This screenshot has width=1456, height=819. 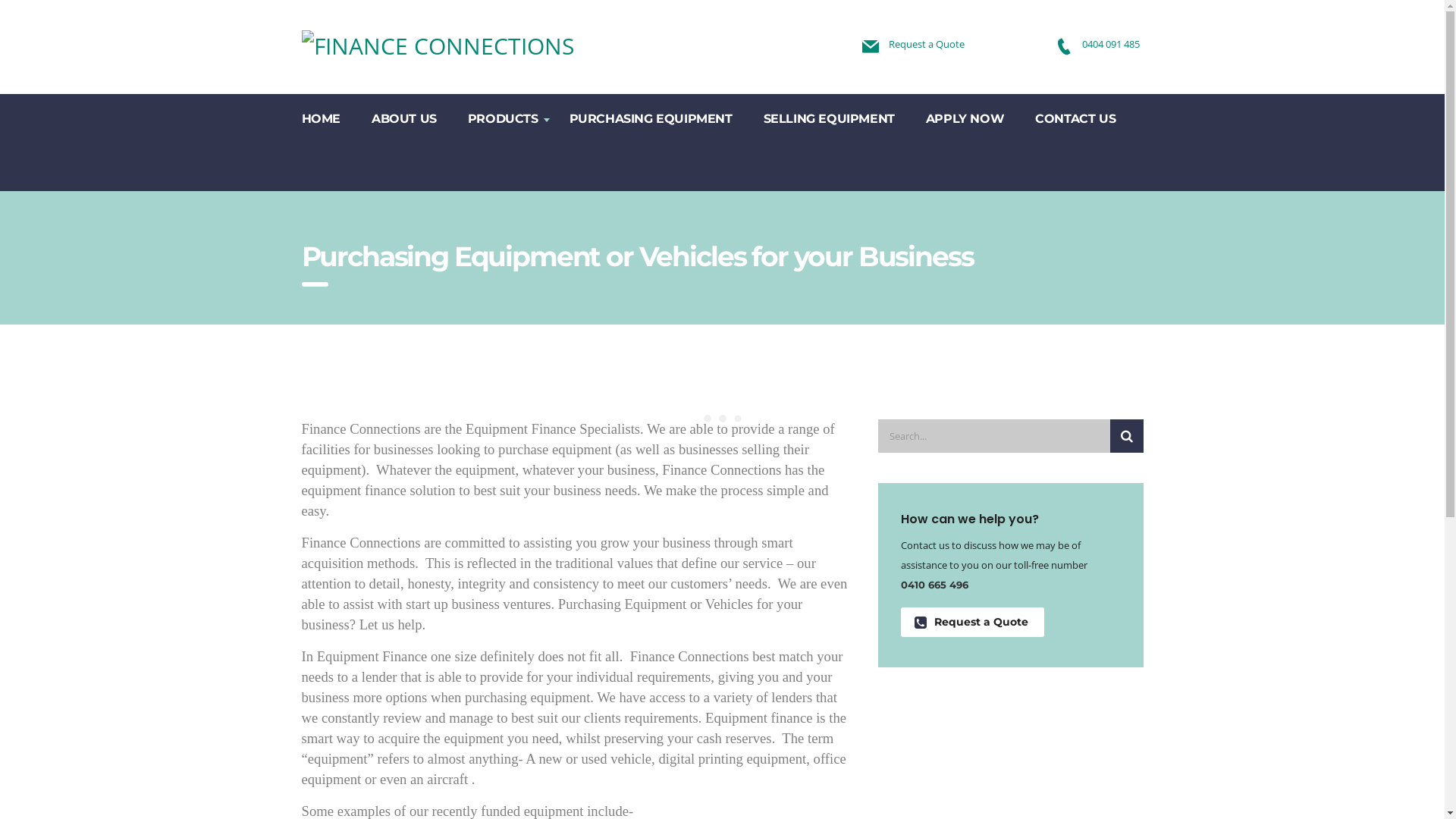 I want to click on 'SELLING EQUIPMENT', so click(x=829, y=117).